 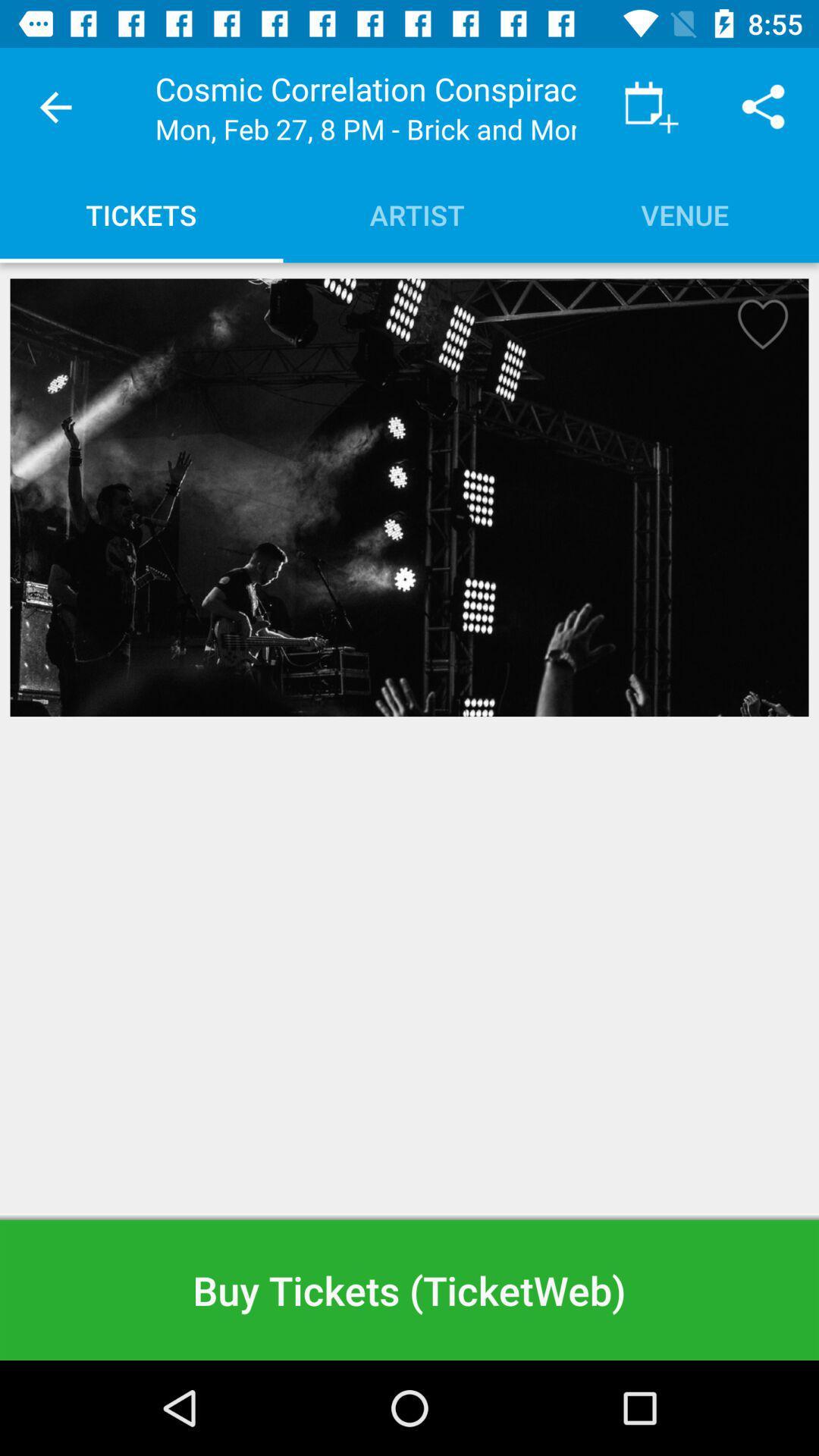 I want to click on to favorites, so click(x=758, y=328).